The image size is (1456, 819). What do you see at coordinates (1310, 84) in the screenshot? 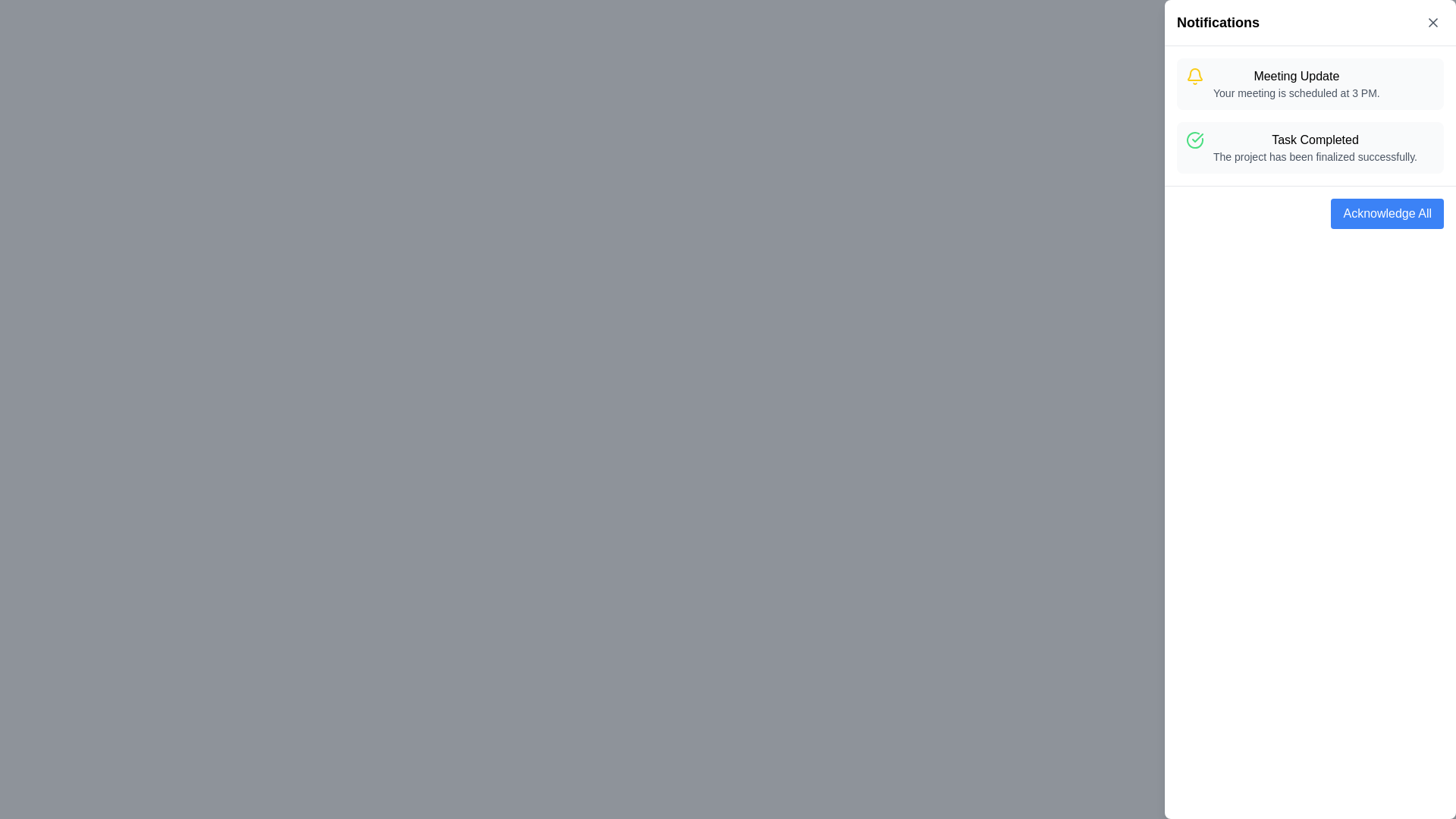
I see `the first notification item in the Notifications panel that informs users about an upcoming meeting scheduled at 3 PM` at bounding box center [1310, 84].